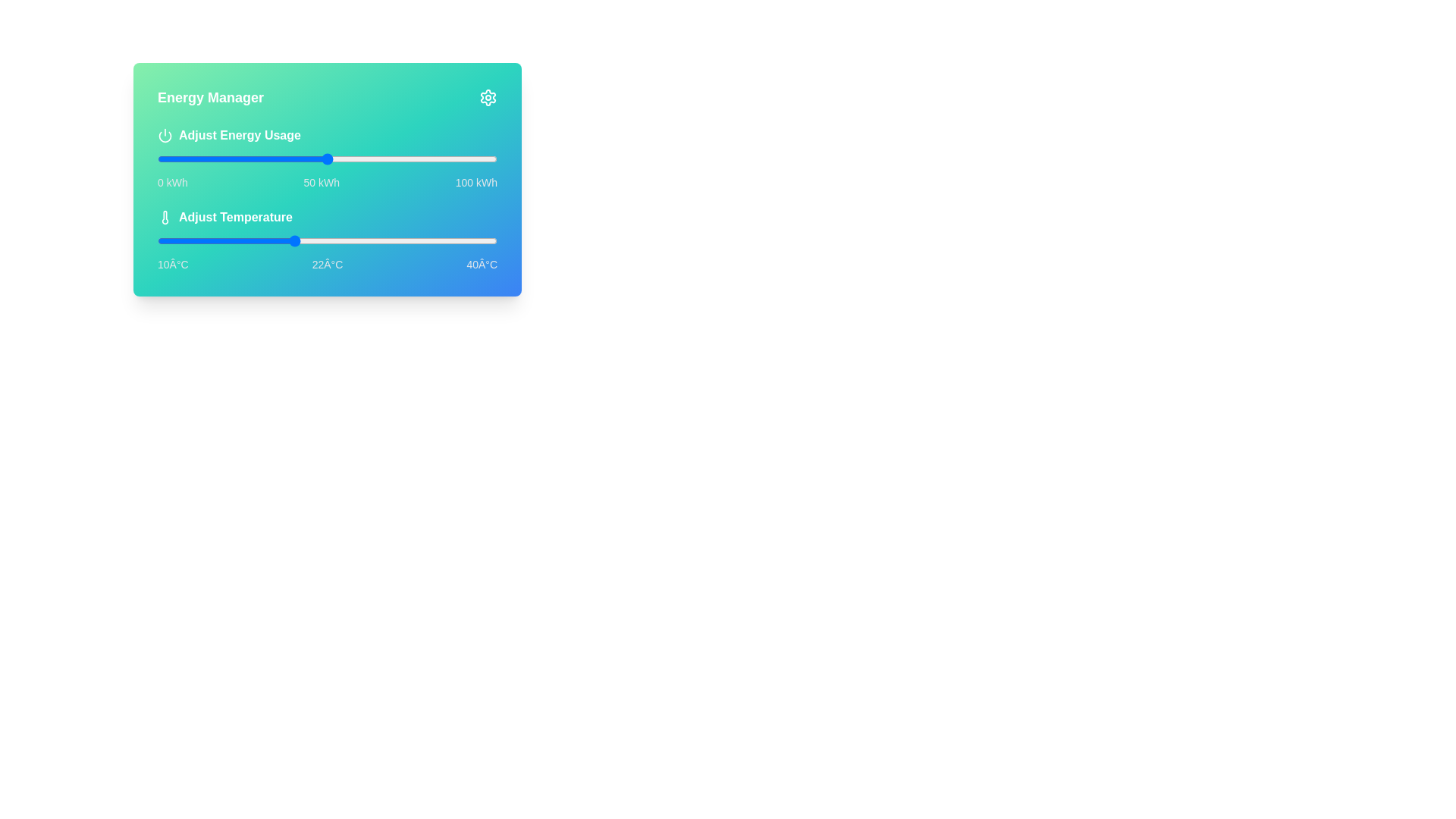 This screenshot has width=1456, height=819. I want to click on the temperature to 17°C using the slider, so click(236, 240).